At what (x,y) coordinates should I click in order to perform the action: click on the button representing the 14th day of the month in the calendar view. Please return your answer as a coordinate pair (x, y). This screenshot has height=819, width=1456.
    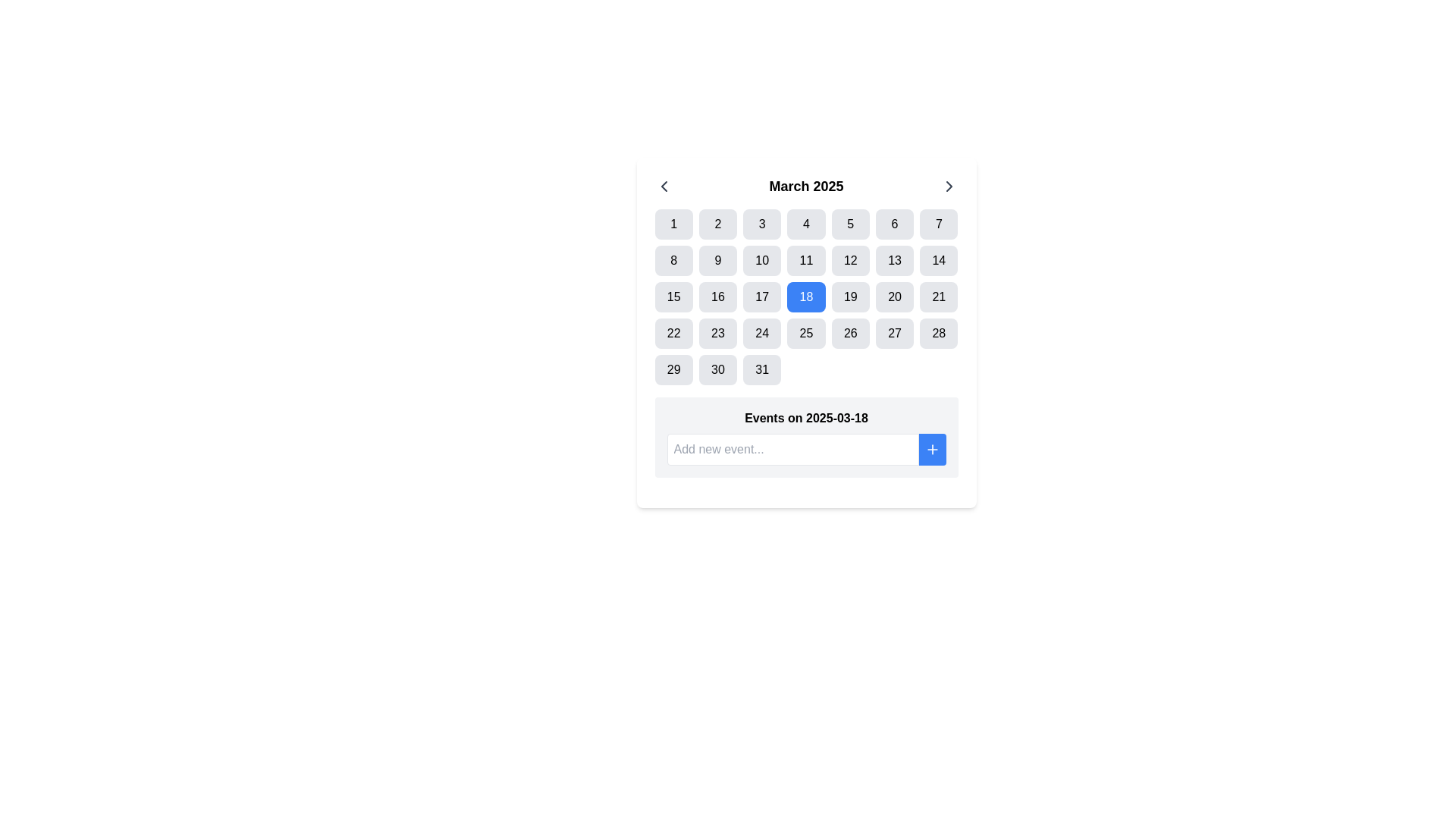
    Looking at the image, I should click on (938, 259).